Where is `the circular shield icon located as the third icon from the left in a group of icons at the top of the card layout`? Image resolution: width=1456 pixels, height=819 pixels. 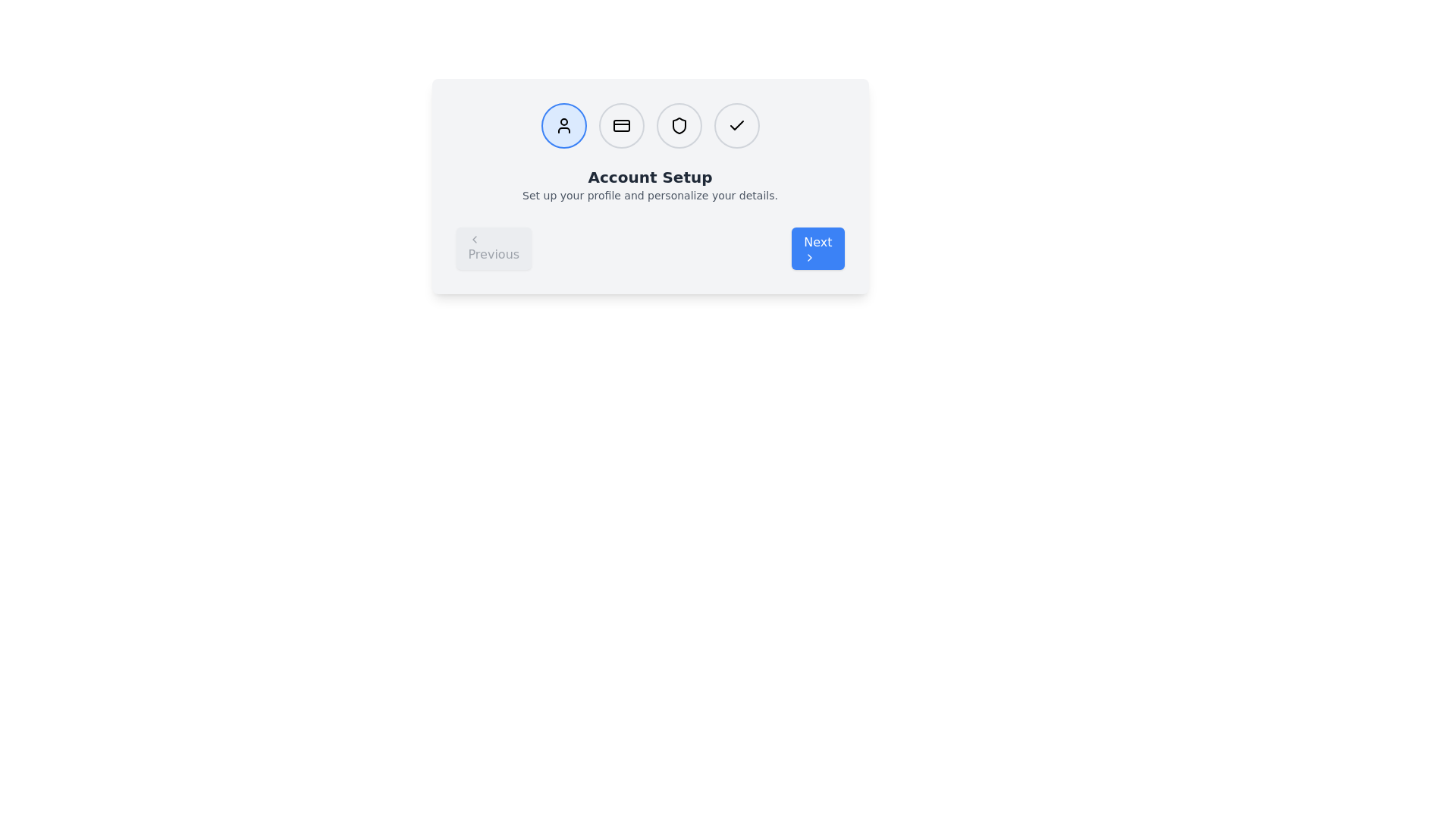
the circular shield icon located as the third icon from the left in a group of icons at the top of the card layout is located at coordinates (678, 124).